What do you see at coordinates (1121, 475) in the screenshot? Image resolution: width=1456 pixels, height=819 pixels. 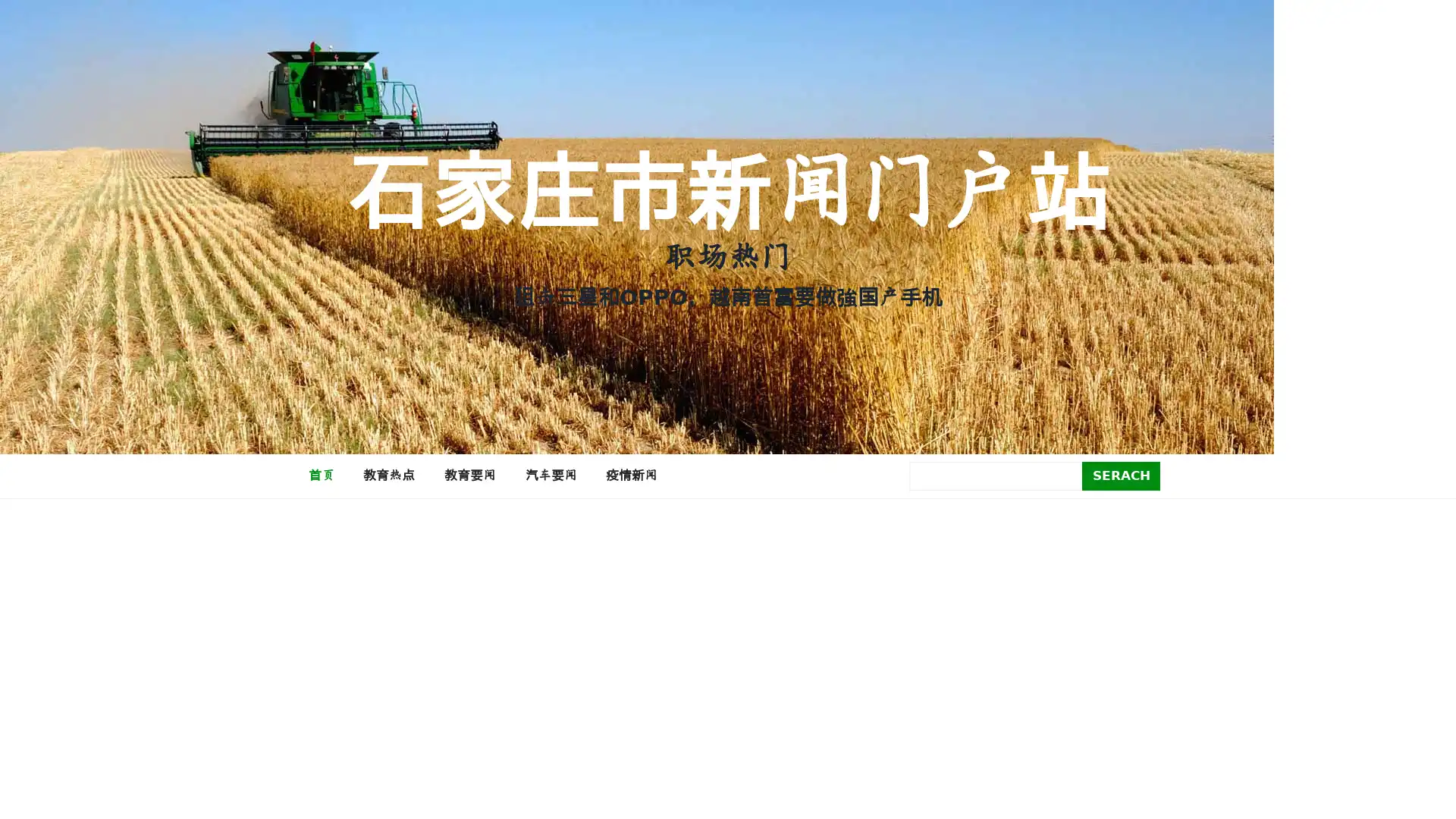 I see `serach` at bounding box center [1121, 475].